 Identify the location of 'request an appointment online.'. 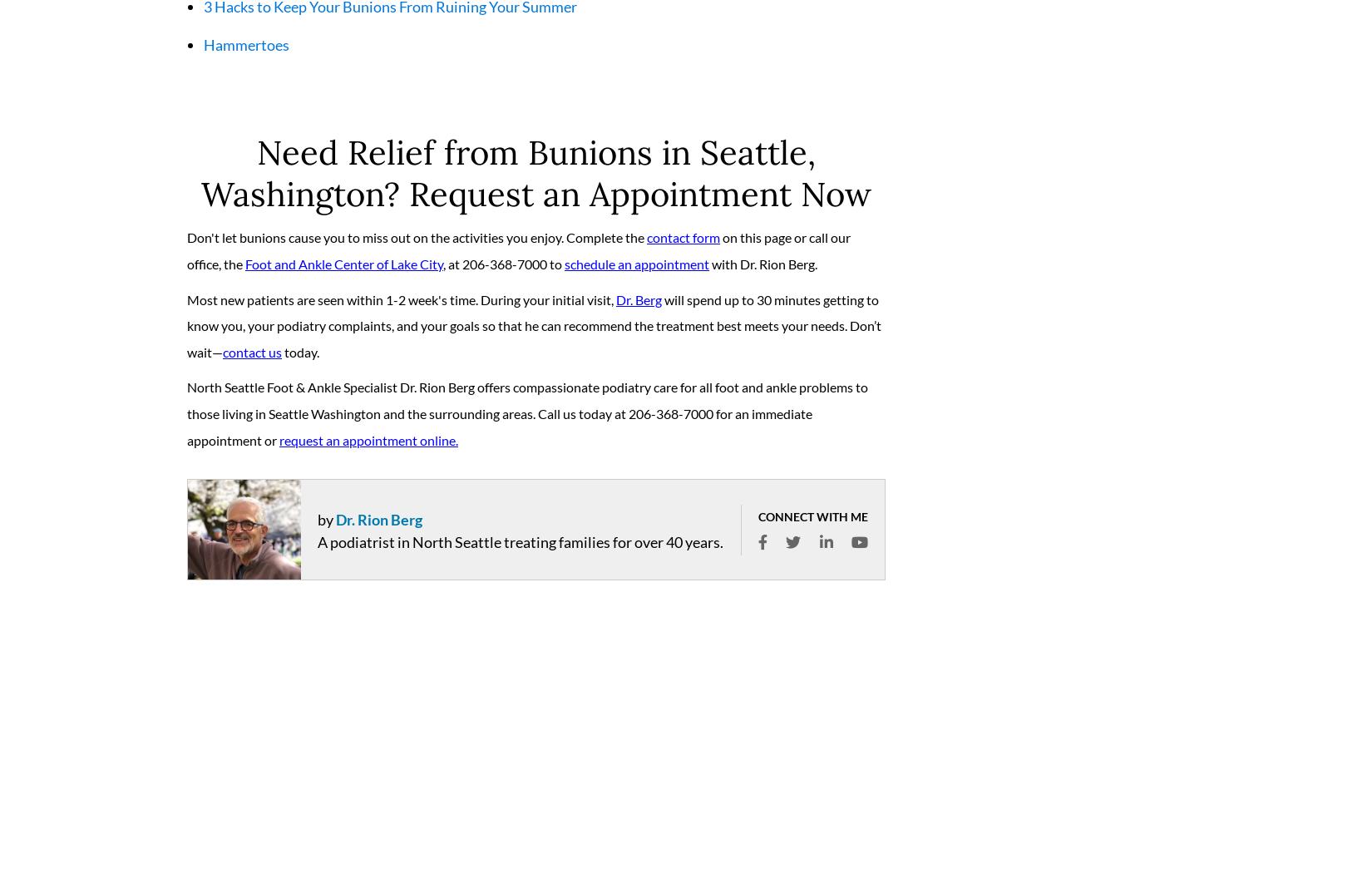
(368, 446).